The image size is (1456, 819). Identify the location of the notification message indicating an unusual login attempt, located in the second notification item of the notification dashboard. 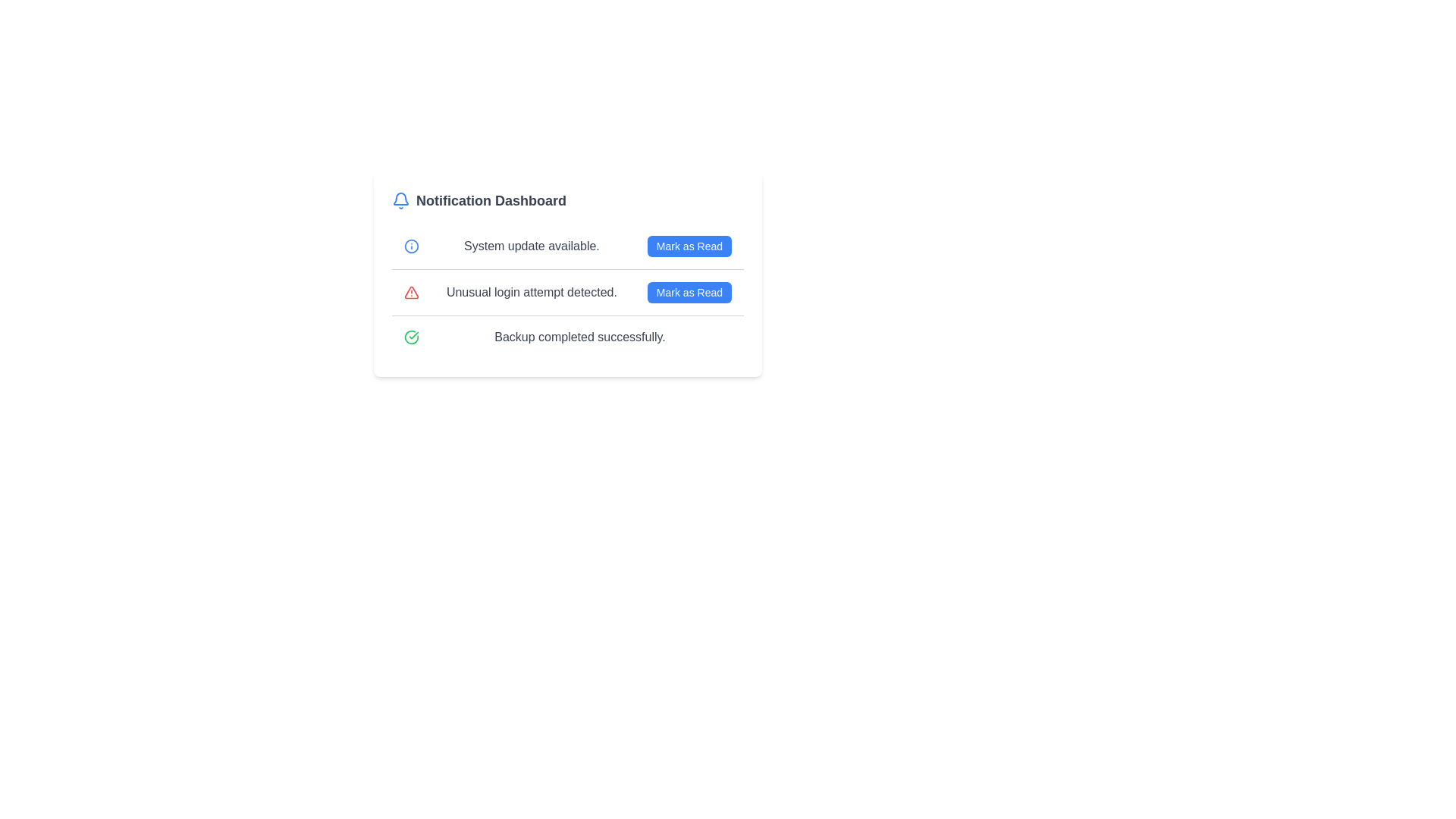
(532, 292).